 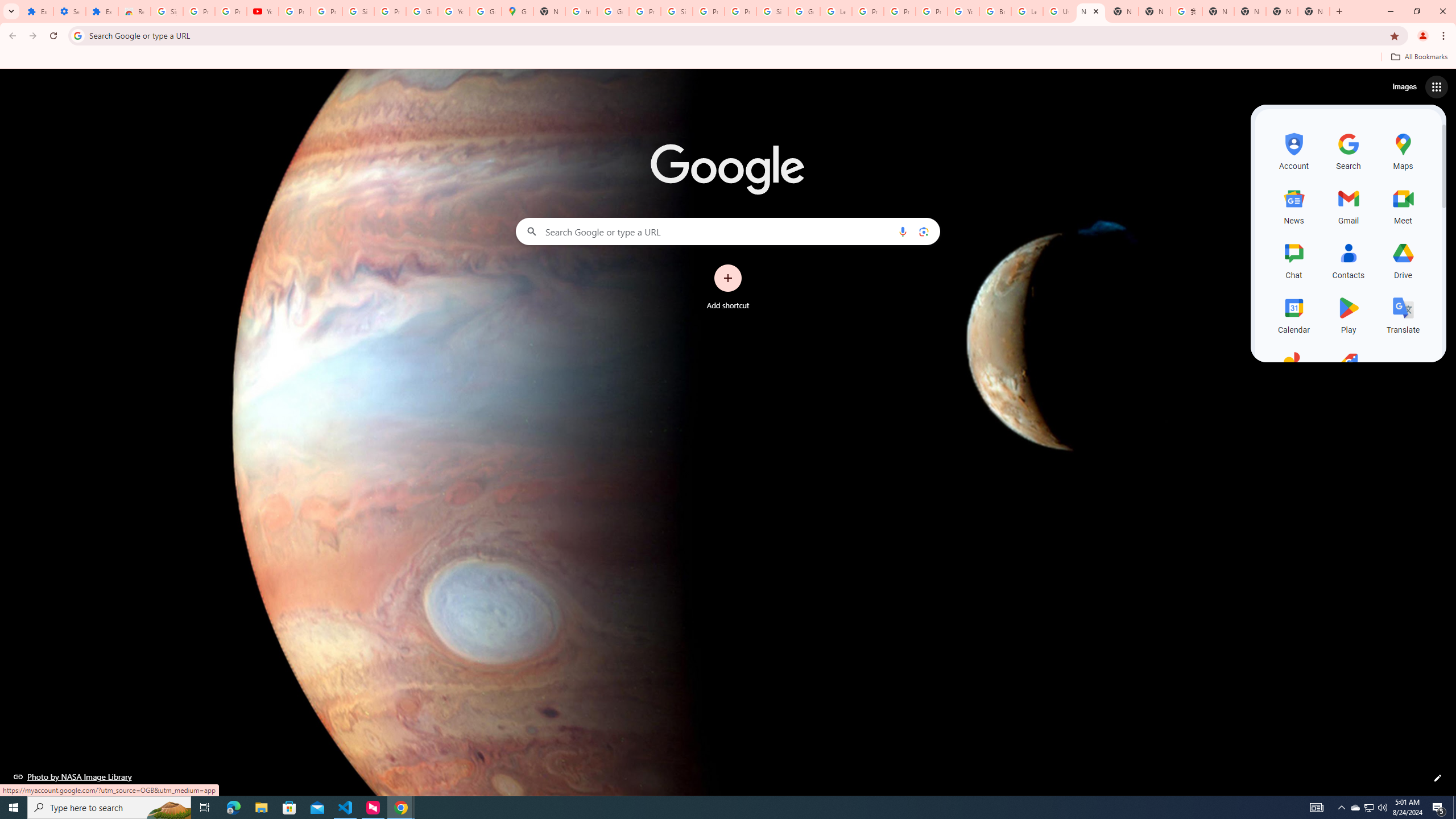 I want to click on 'Extensions', so click(x=37, y=11).